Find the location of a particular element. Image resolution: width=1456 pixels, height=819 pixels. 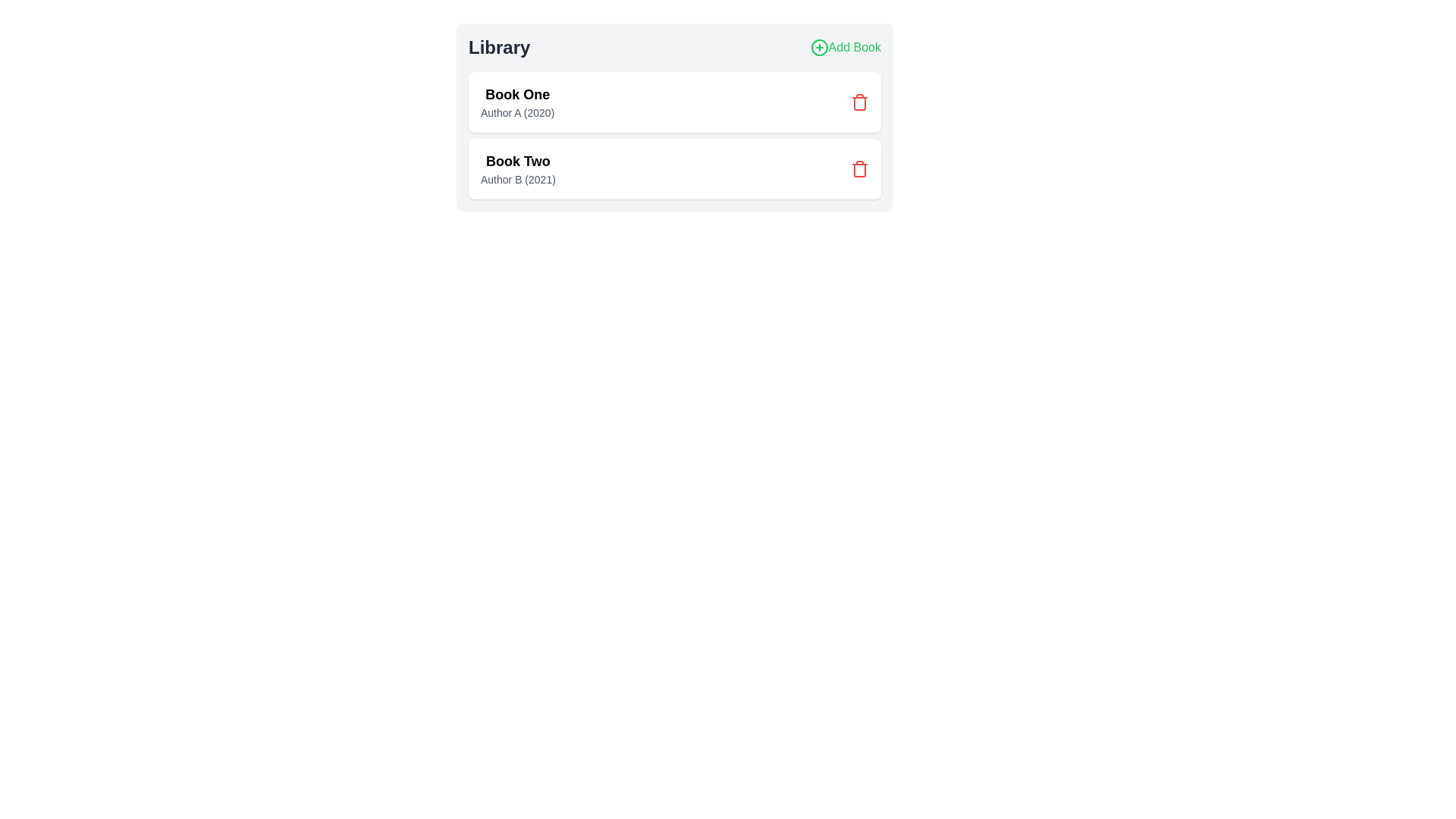

the interactive button in the top-right corner of the 'Library' section, next to the 'Add Book' label is located at coordinates (818, 46).